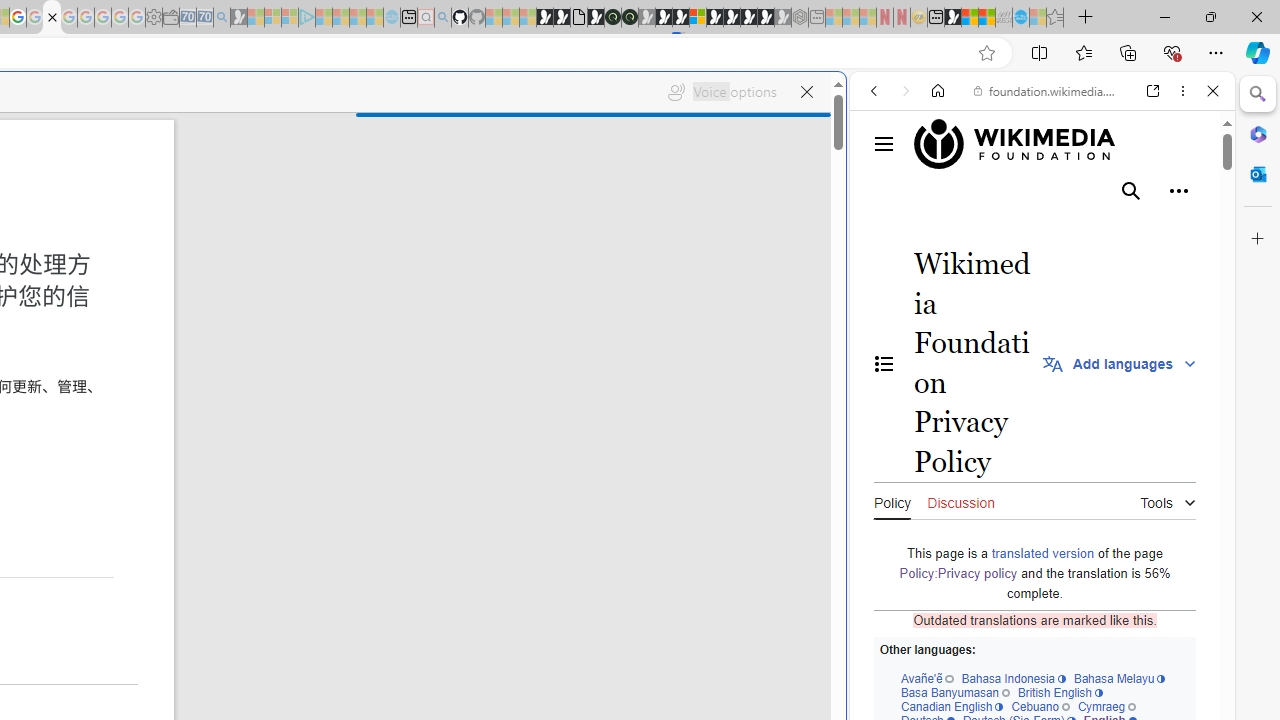 This screenshot has width=1280, height=720. I want to click on 'Wallet - Sleeping', so click(170, 17).